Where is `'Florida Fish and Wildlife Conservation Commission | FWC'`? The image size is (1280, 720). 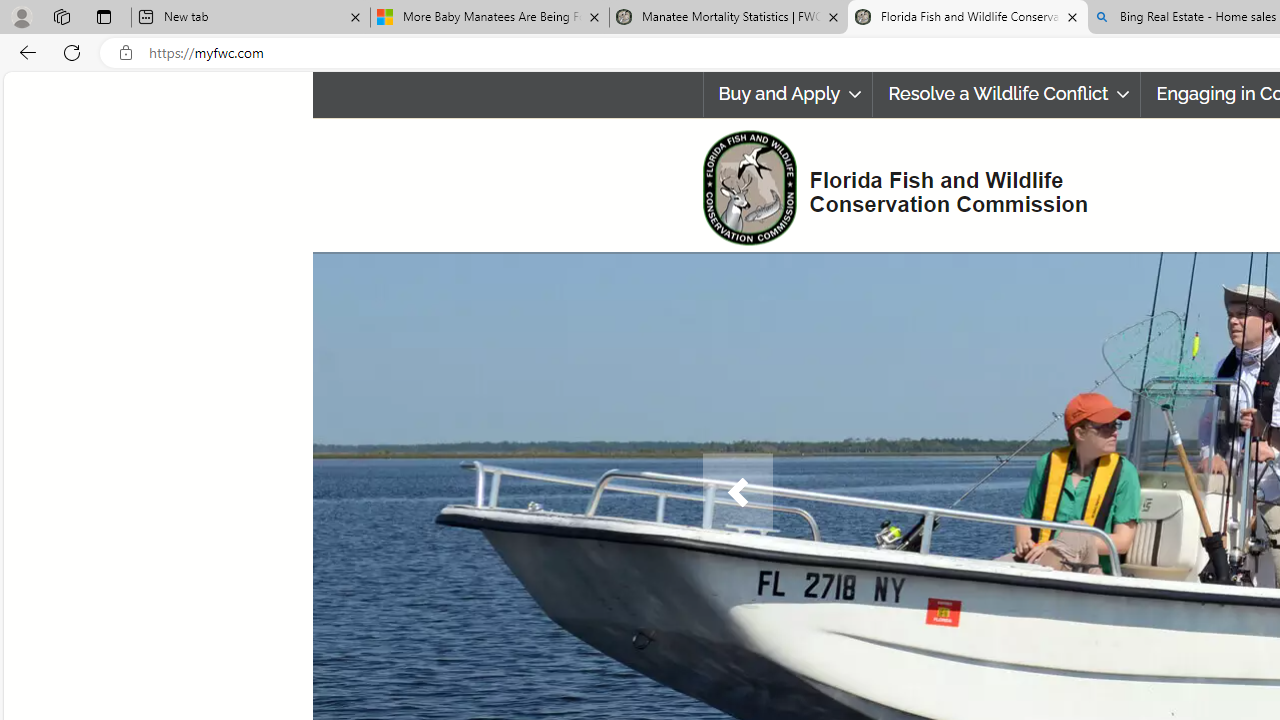
'Florida Fish and Wildlife Conservation Commission | FWC' is located at coordinates (967, 17).